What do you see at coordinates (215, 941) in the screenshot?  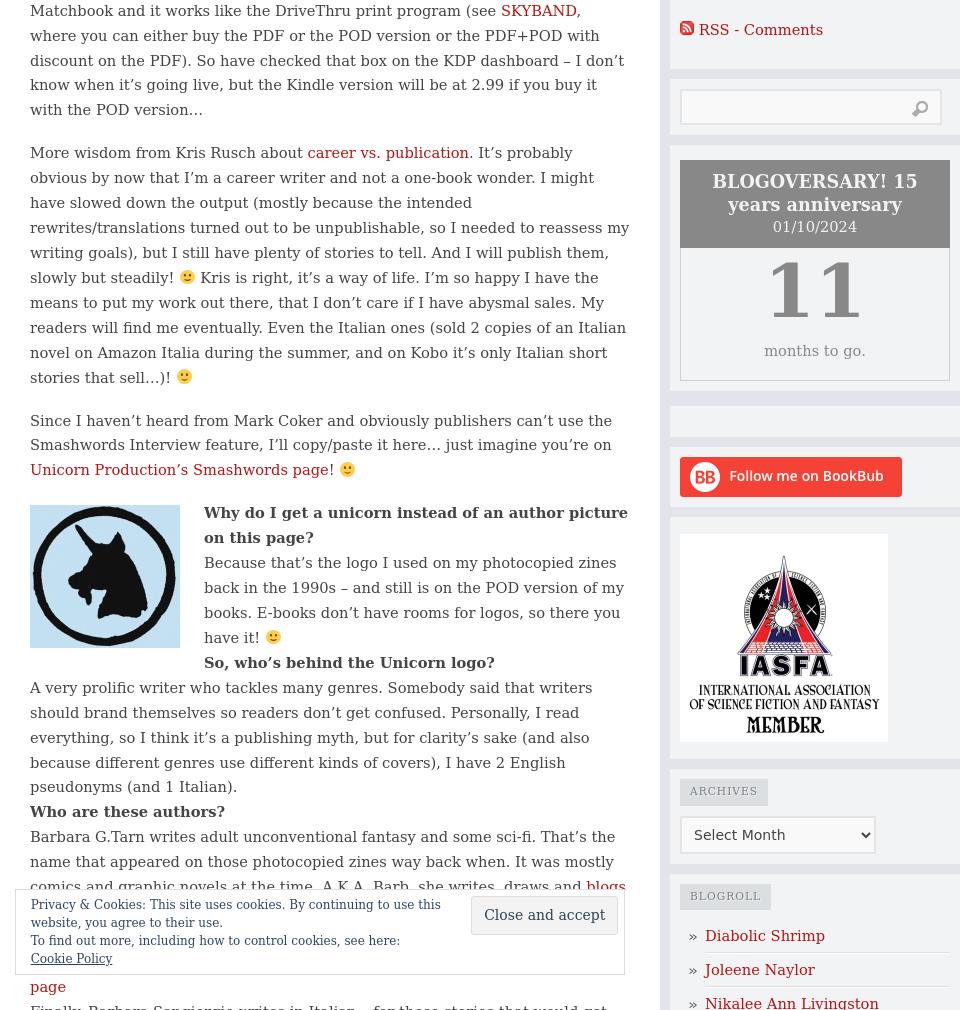 I see `'To find out more, including how to control cookies, see here:'` at bounding box center [215, 941].